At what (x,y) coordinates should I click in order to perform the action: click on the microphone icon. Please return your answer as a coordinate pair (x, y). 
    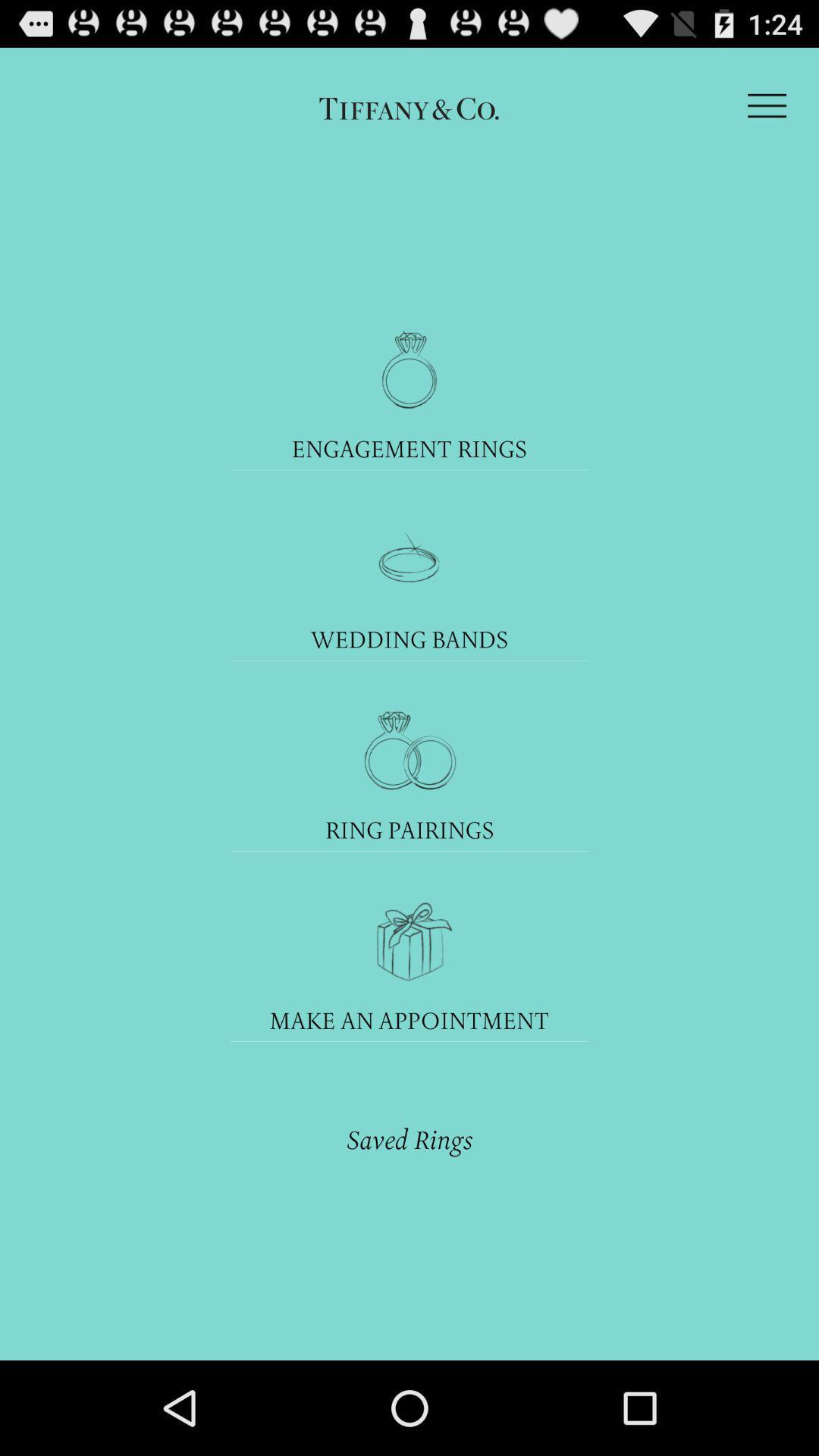
    Looking at the image, I should click on (409, 395).